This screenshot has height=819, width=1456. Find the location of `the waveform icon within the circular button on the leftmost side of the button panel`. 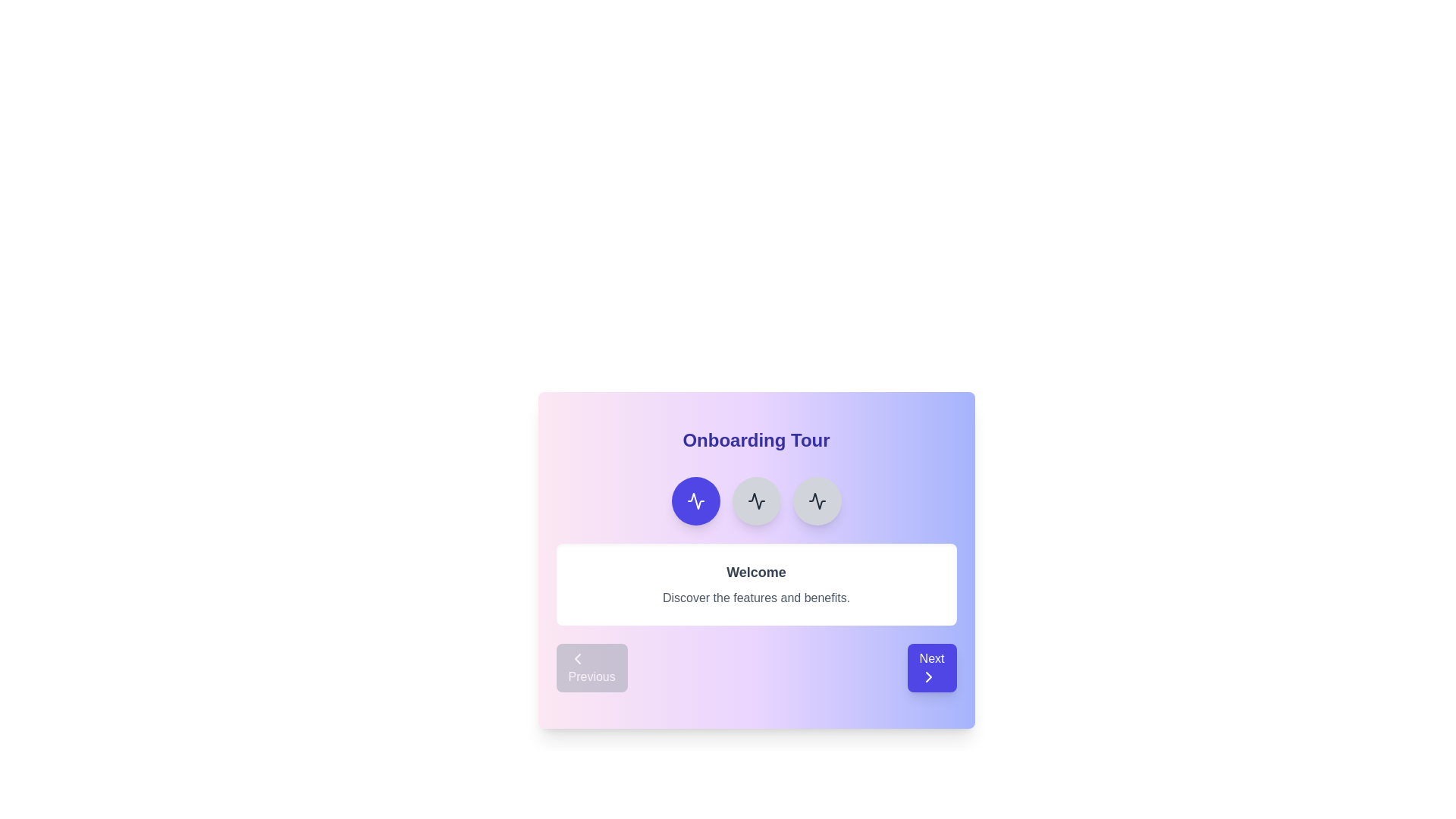

the waveform icon within the circular button on the leftmost side of the button panel is located at coordinates (695, 500).